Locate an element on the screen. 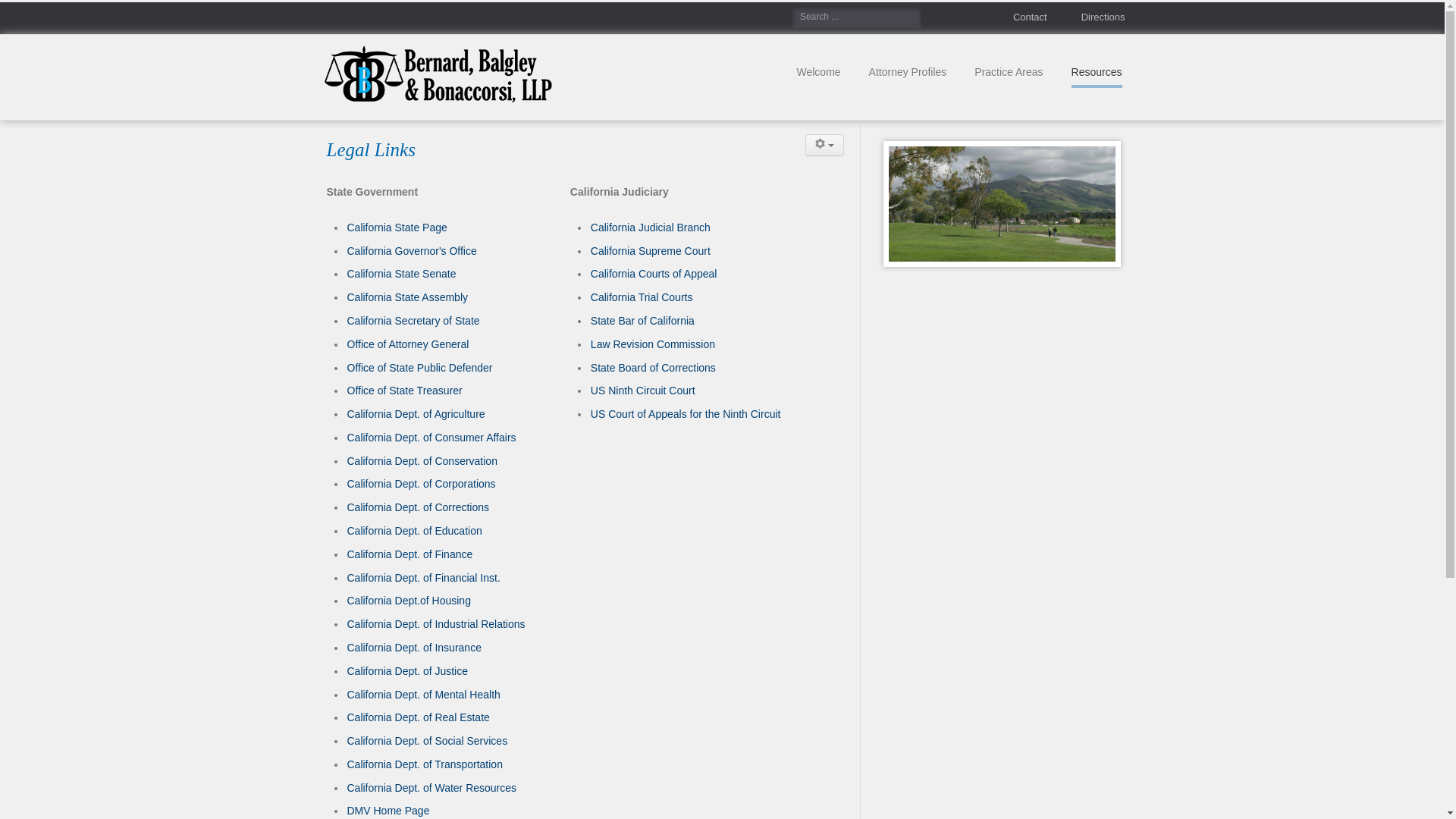 This screenshot has height=819, width=1456. 'California Dept. of Social Services' is located at coordinates (427, 739).